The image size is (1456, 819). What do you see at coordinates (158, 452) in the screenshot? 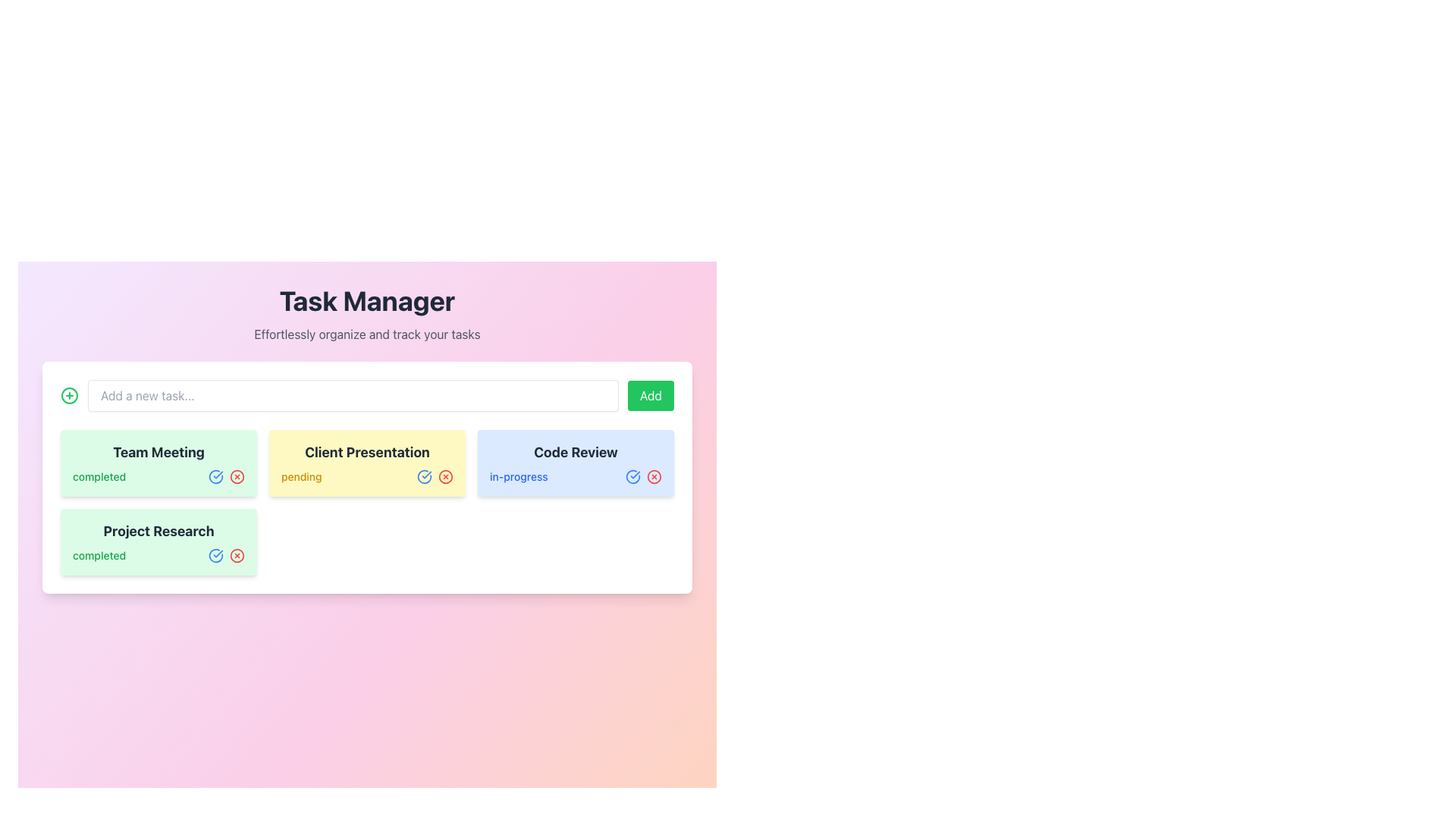
I see `the 'Team Meeting' text label, which serves as the title for the task card located in the upper-left corner of the task list grid` at bounding box center [158, 452].